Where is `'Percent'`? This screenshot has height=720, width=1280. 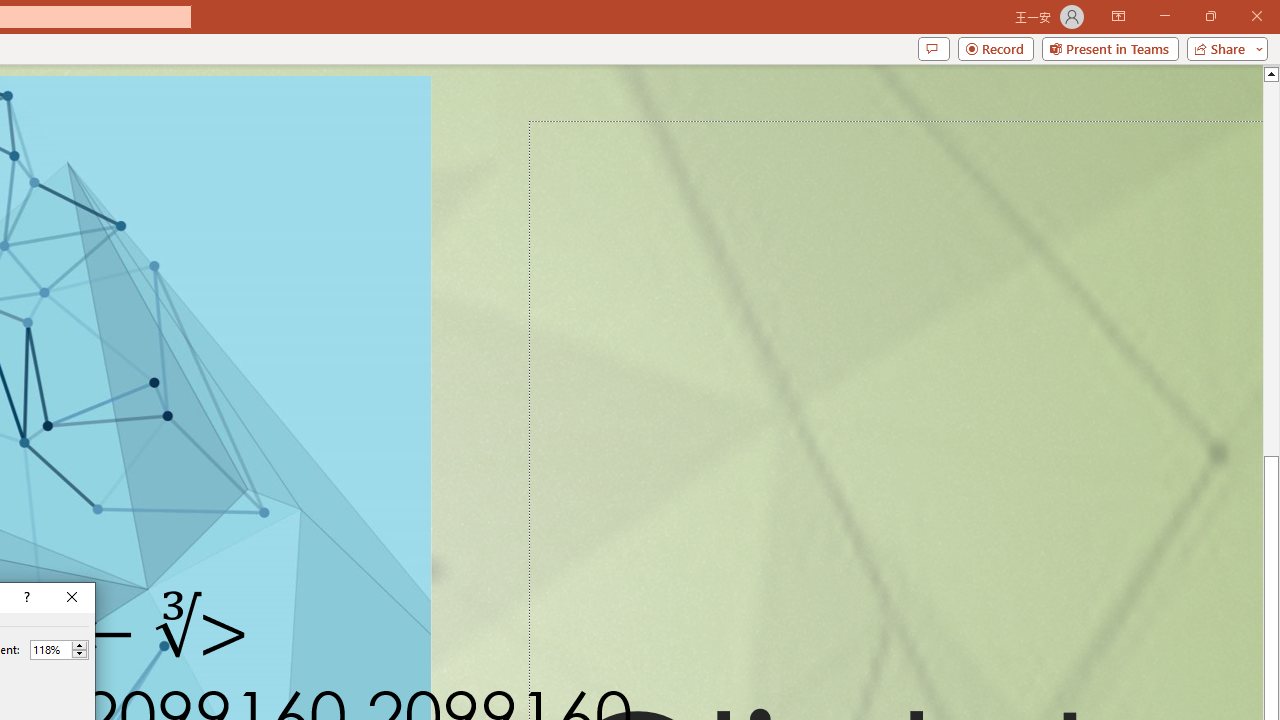 'Percent' is located at coordinates (50, 649).